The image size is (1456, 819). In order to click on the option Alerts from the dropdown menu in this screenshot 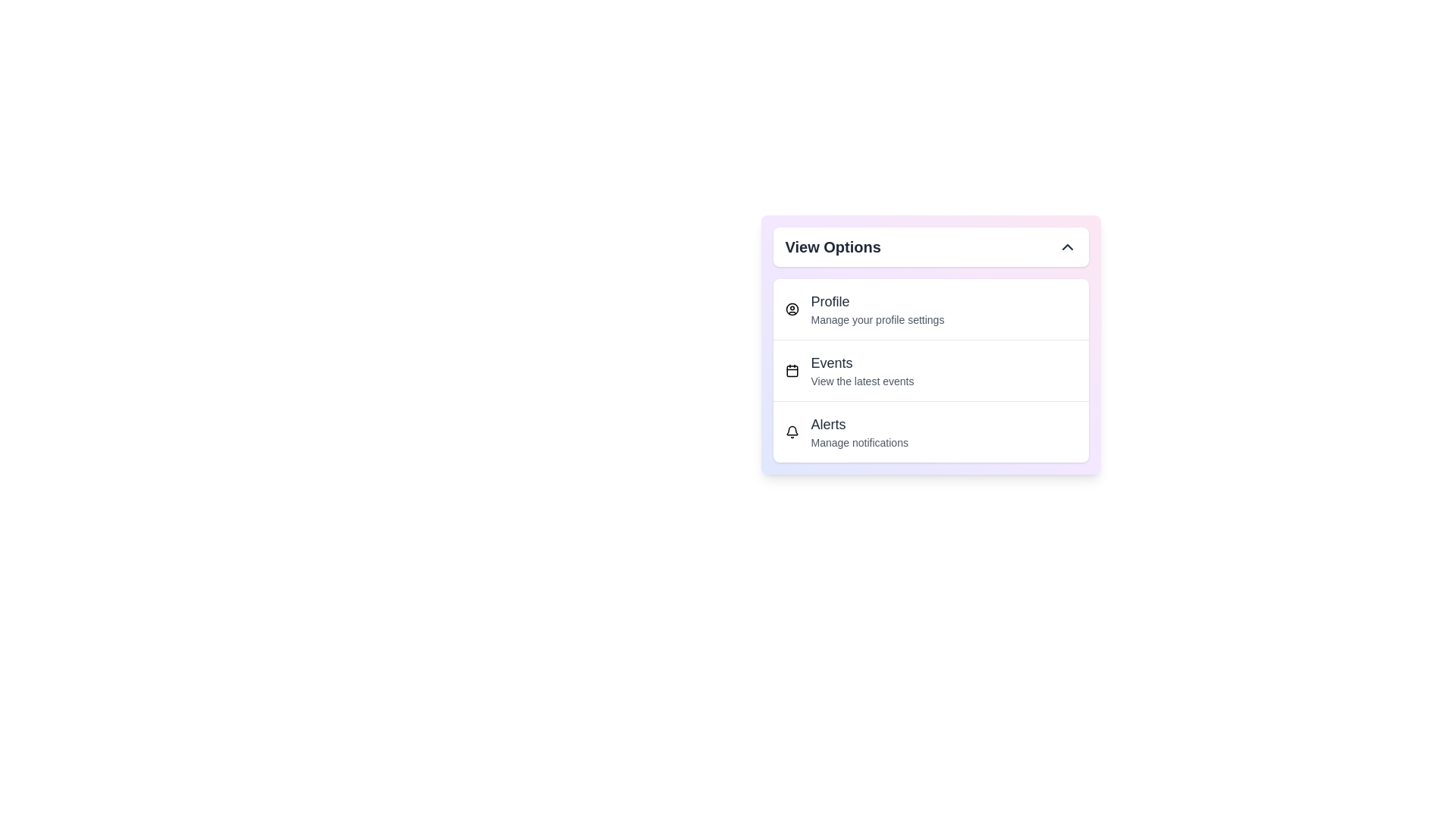, I will do `click(930, 431)`.